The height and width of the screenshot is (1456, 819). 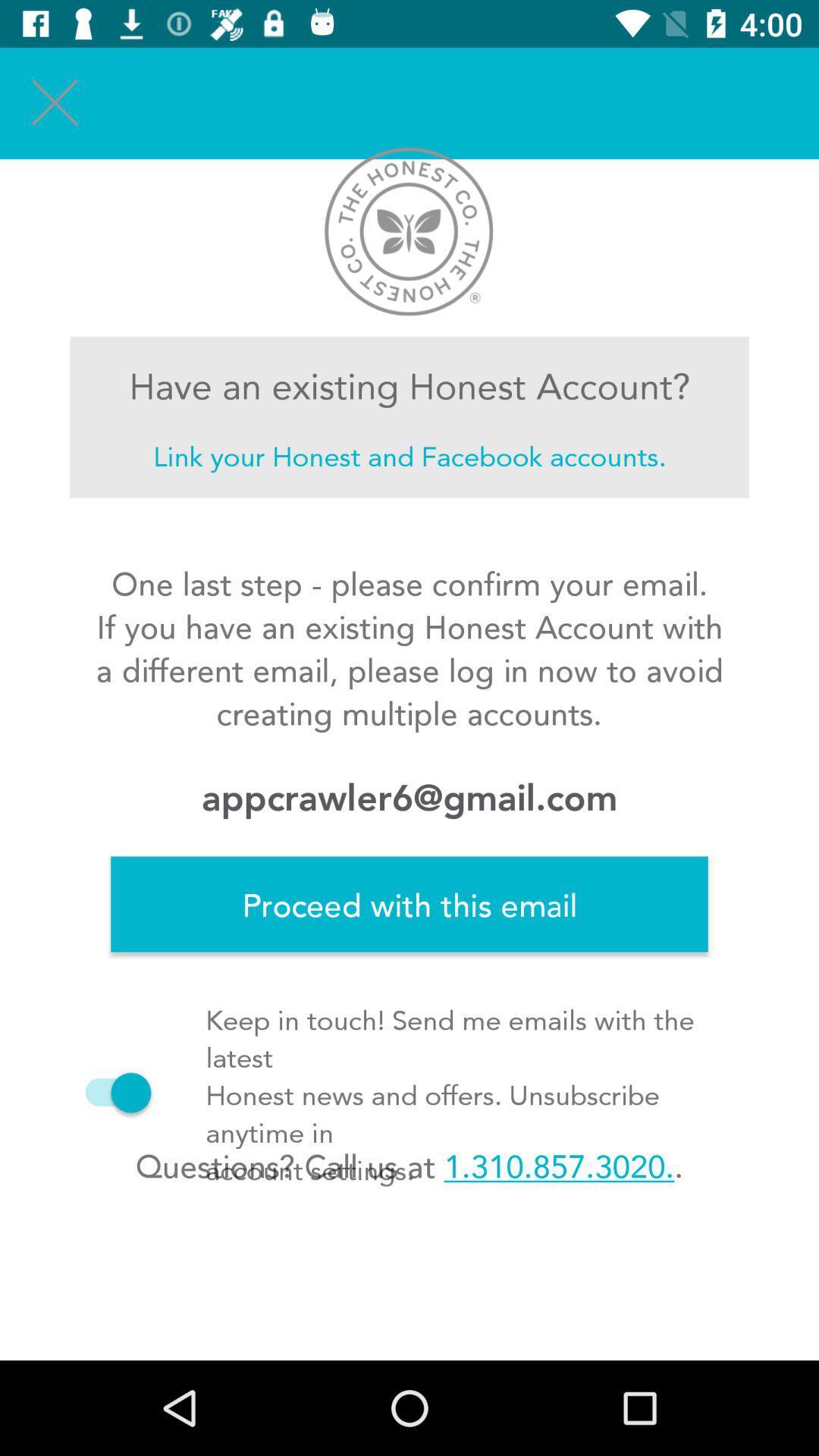 I want to click on the icon next to the keep in touch item, so click(x=110, y=1092).